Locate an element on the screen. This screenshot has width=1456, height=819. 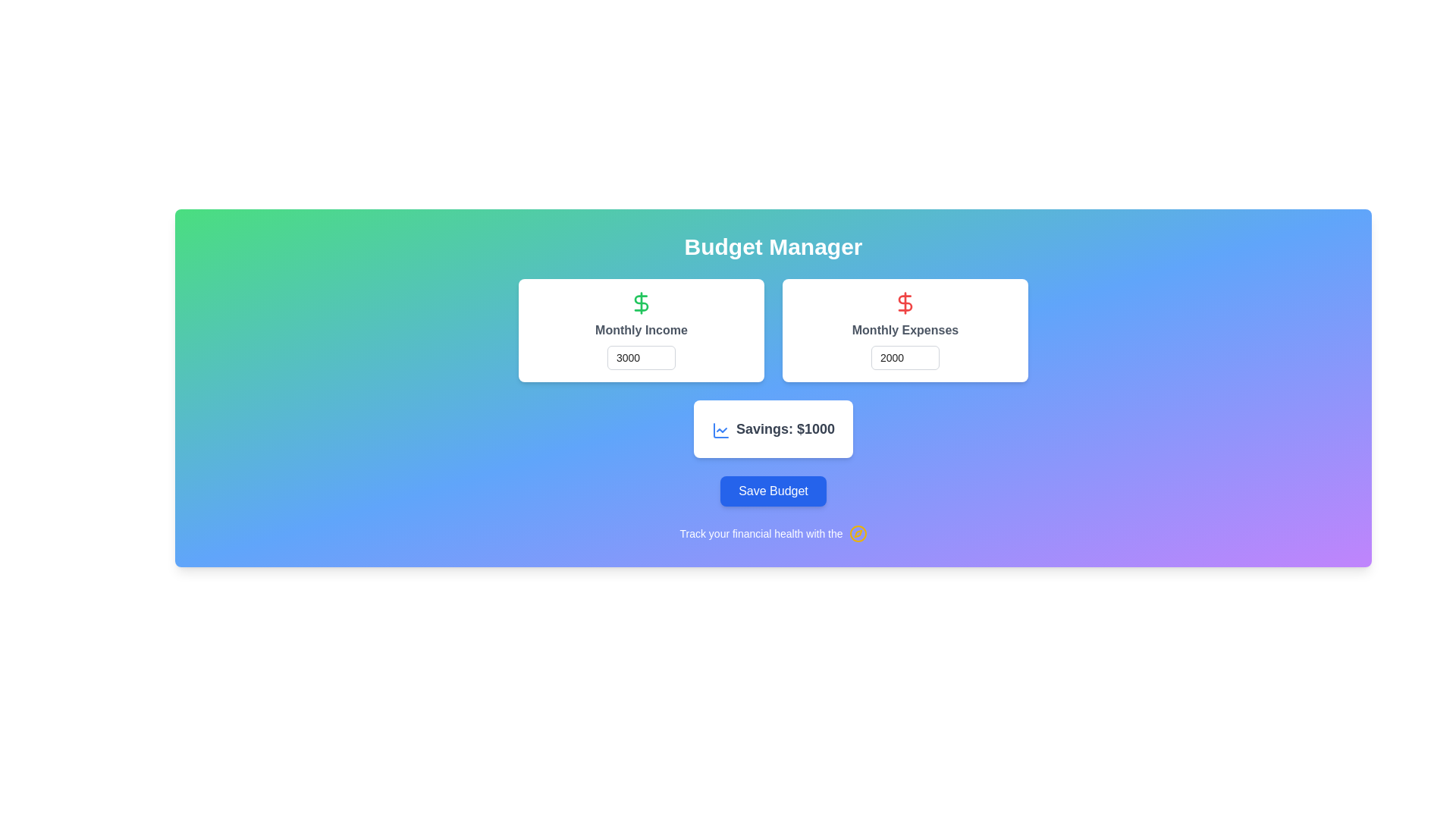
the numeric input field for 'Monthly Expenses' to select the value for editing is located at coordinates (905, 357).